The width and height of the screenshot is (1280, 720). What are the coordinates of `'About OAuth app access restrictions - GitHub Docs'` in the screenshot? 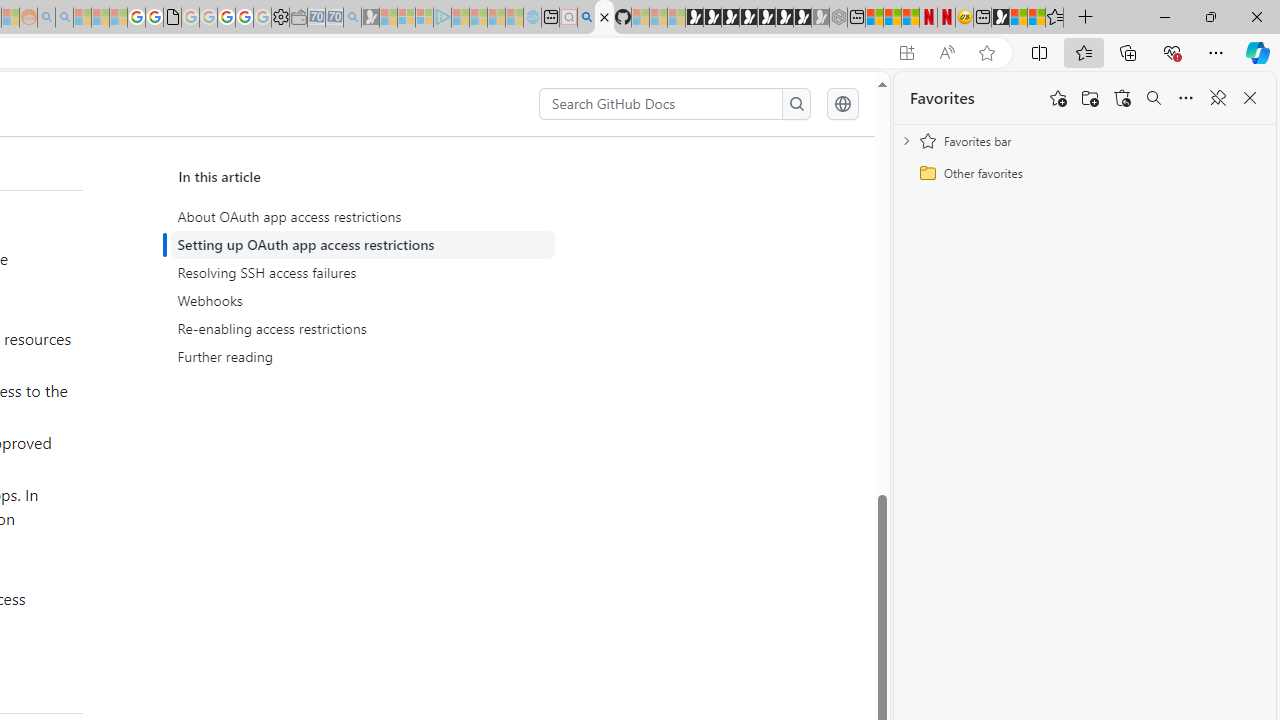 It's located at (603, 17).